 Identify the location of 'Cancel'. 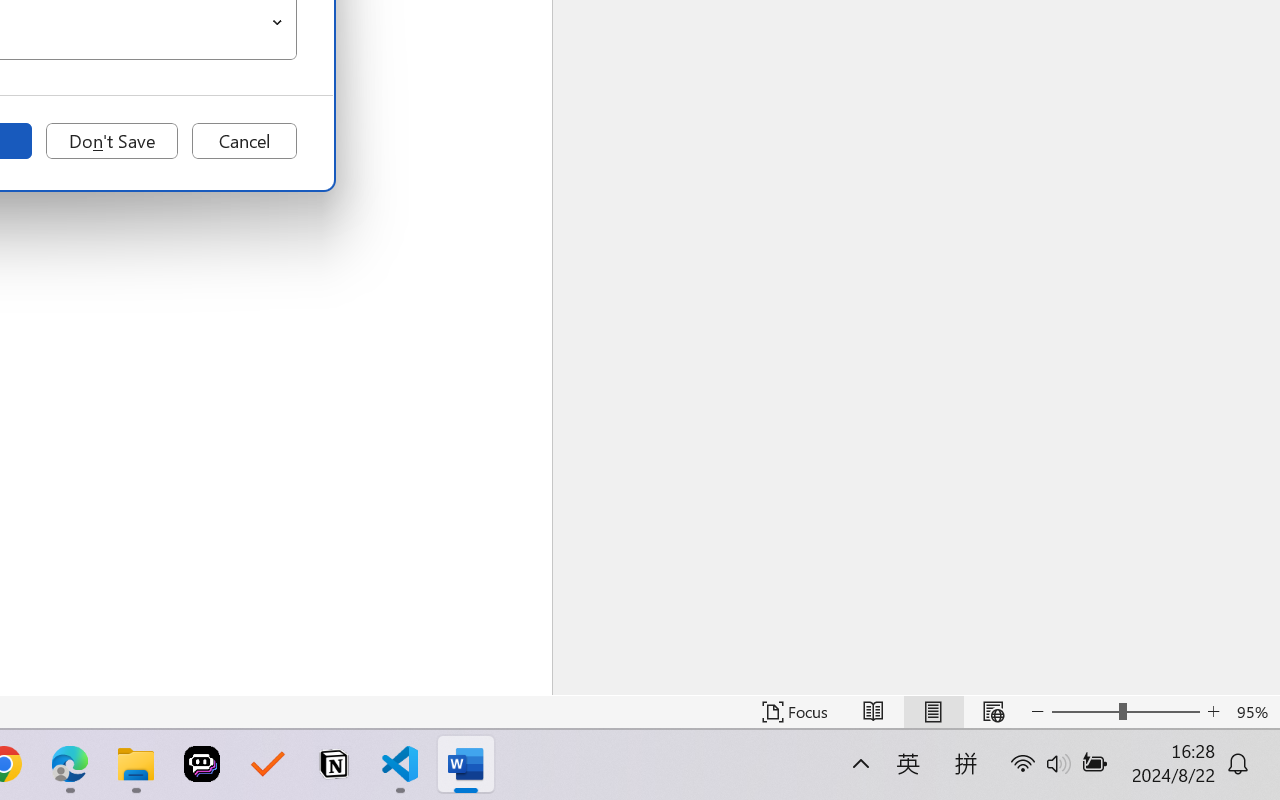
(243, 141).